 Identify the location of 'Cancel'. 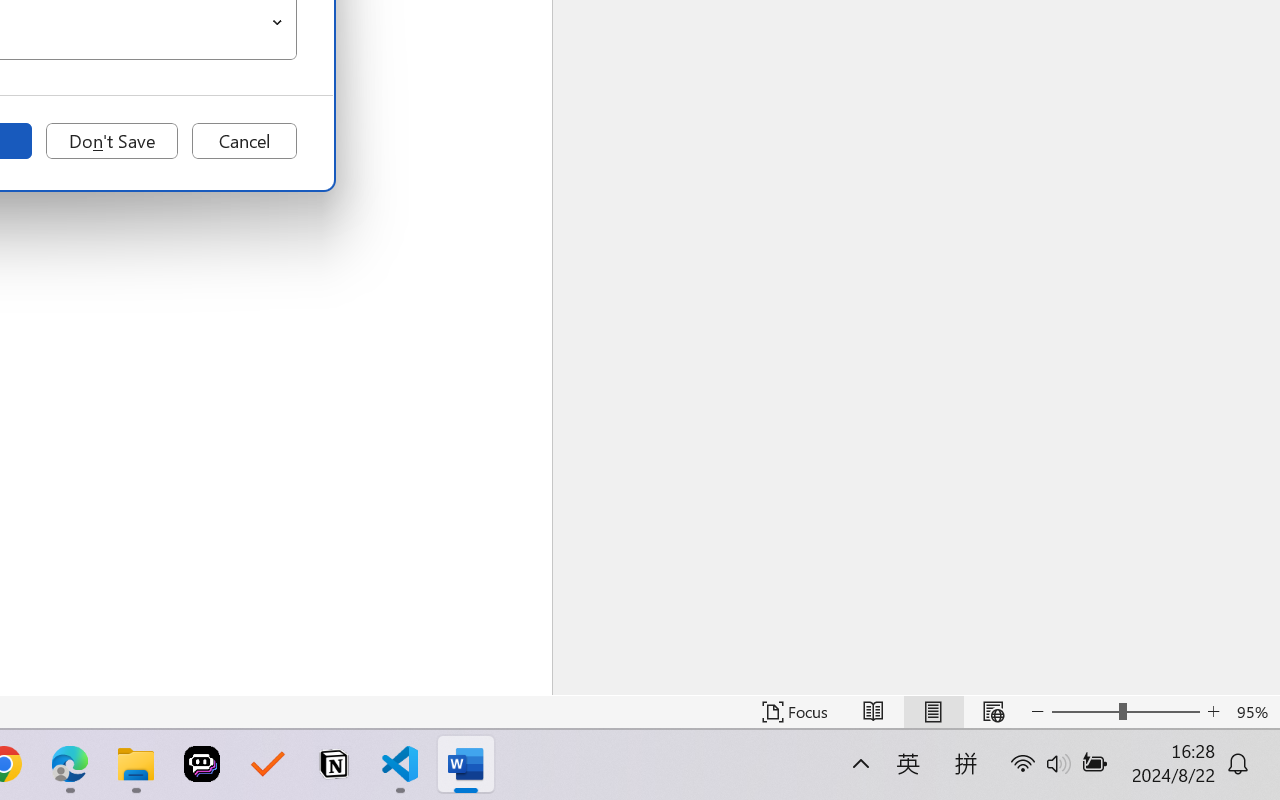
(243, 141).